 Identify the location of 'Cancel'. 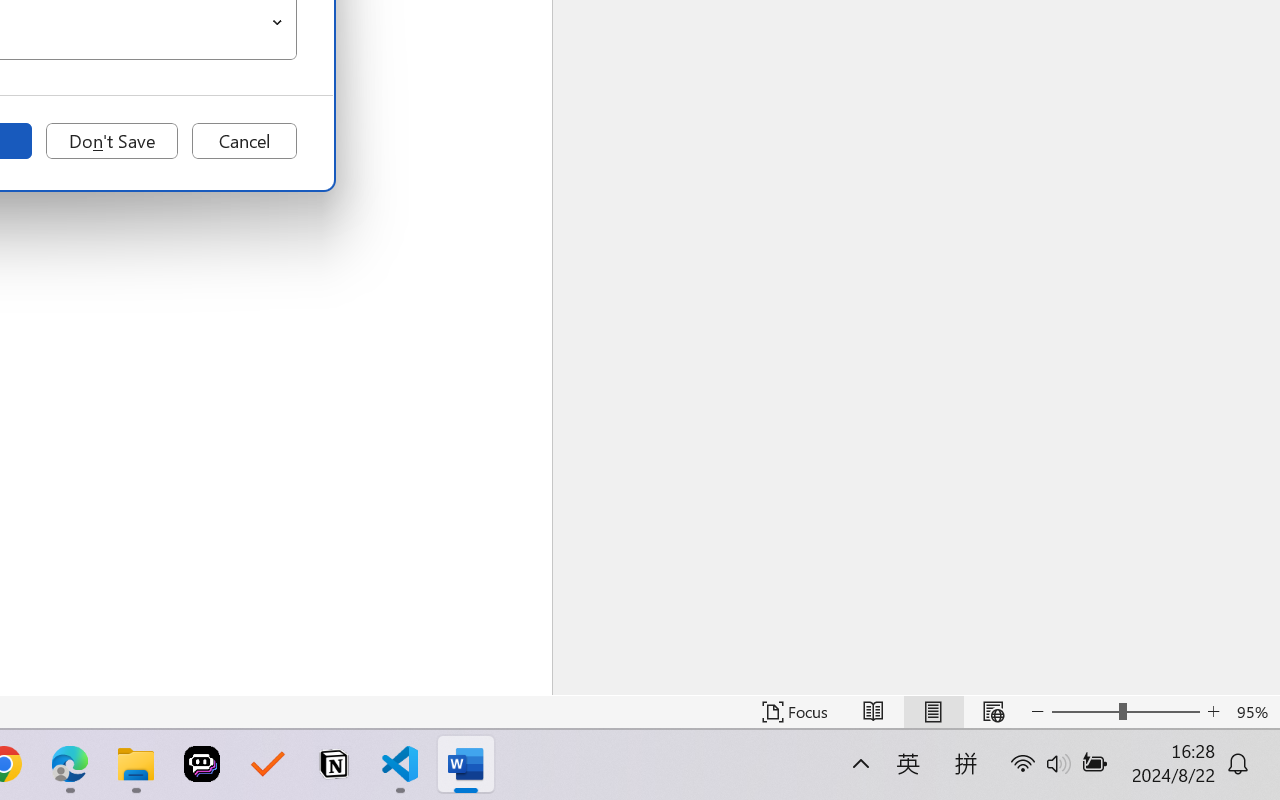
(243, 141).